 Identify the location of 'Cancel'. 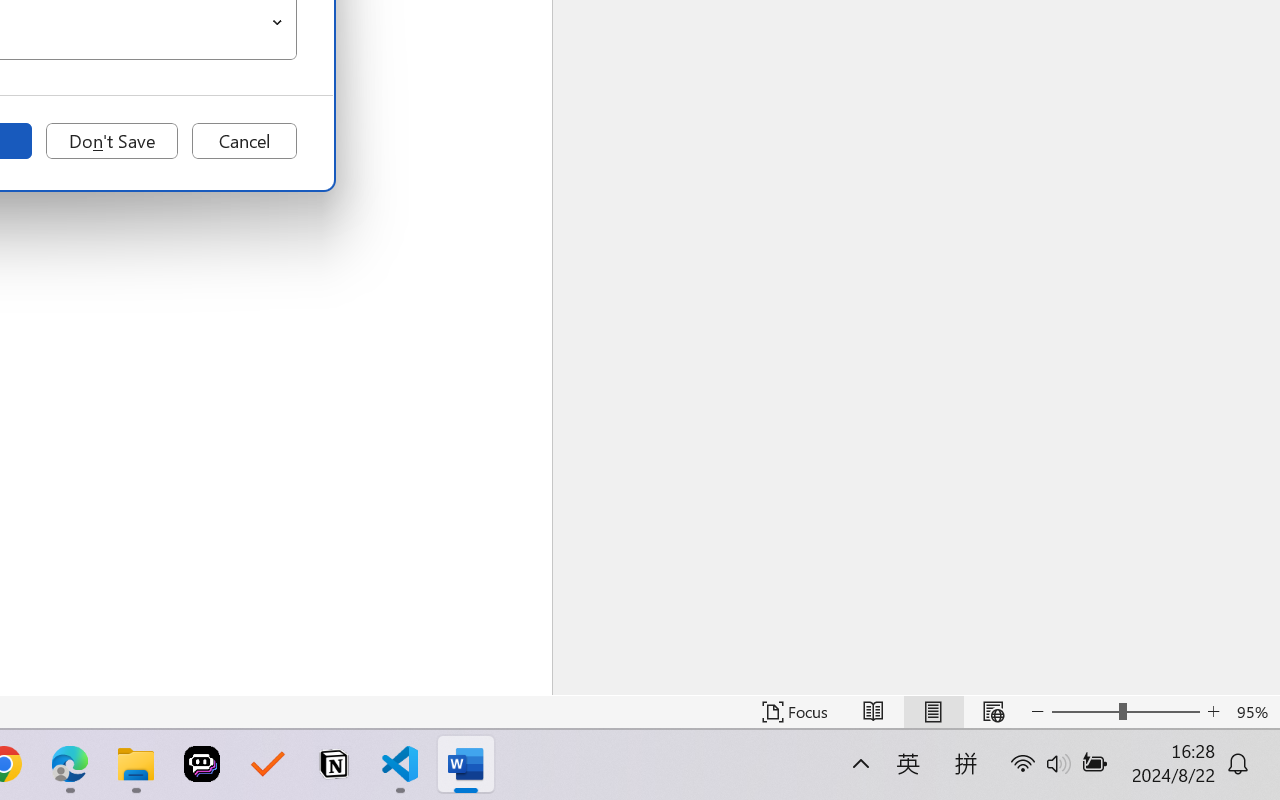
(243, 141).